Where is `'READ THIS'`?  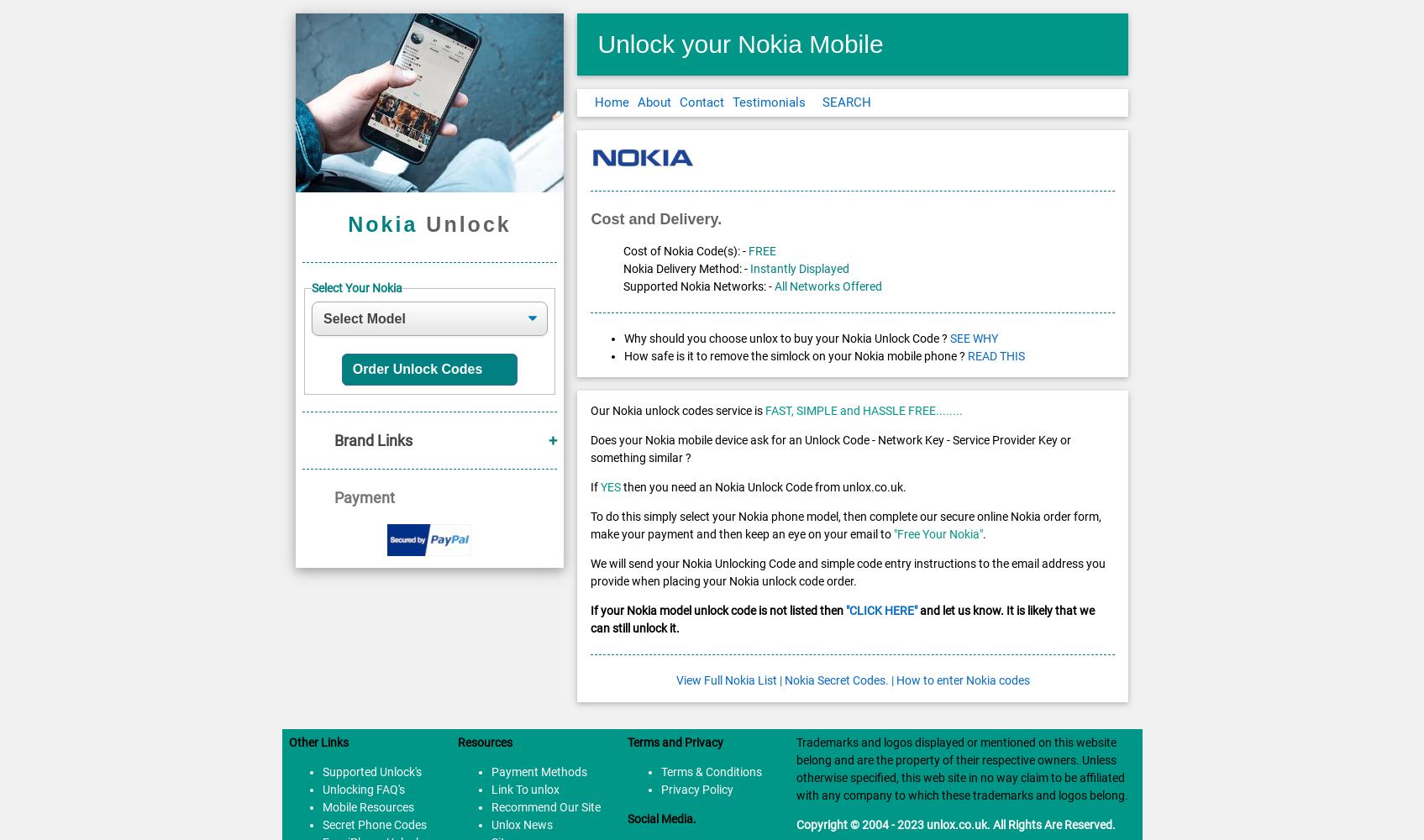
'READ THIS' is located at coordinates (996, 355).